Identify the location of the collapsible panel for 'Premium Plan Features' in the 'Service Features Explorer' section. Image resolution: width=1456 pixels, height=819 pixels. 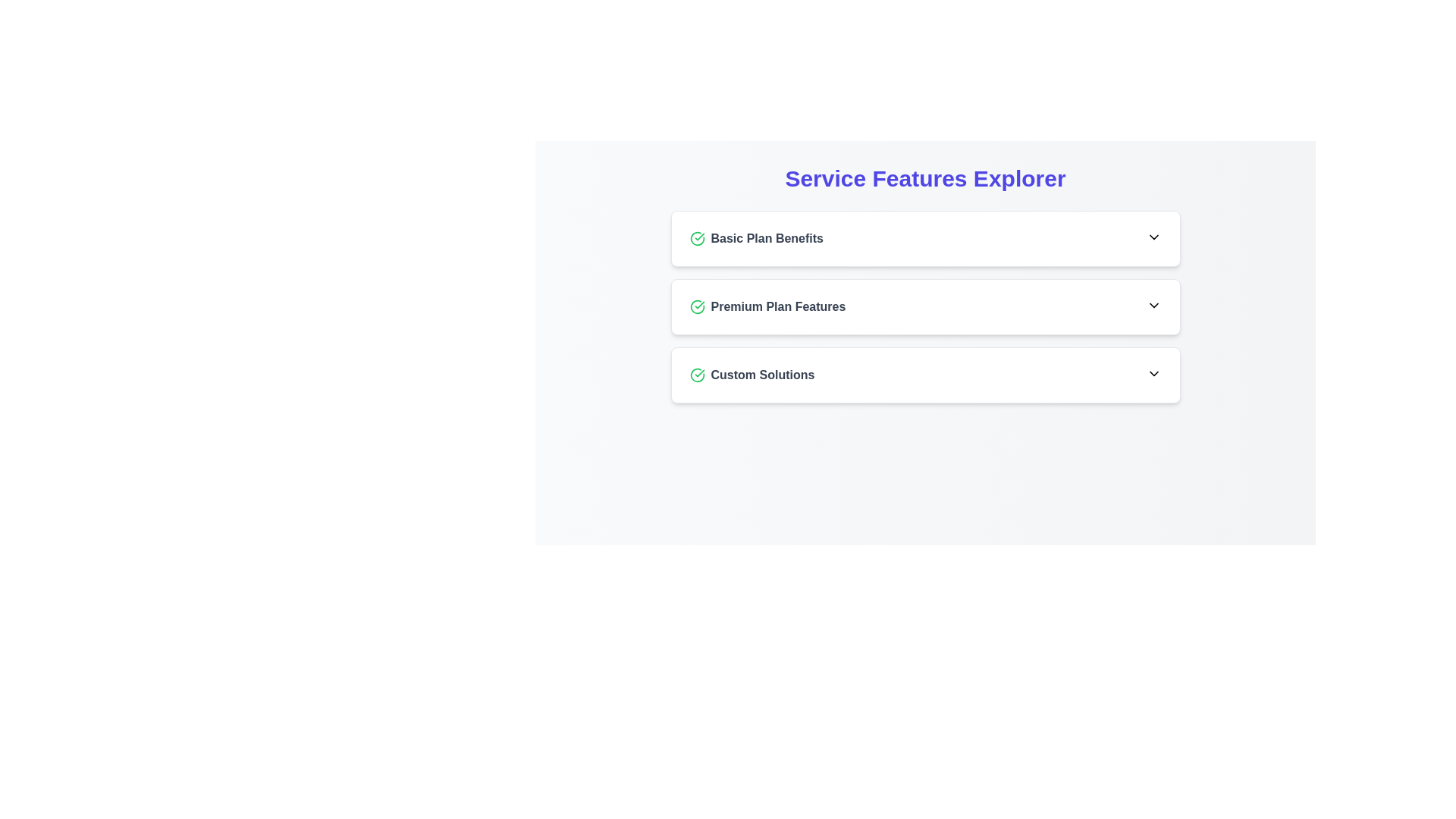
(924, 284).